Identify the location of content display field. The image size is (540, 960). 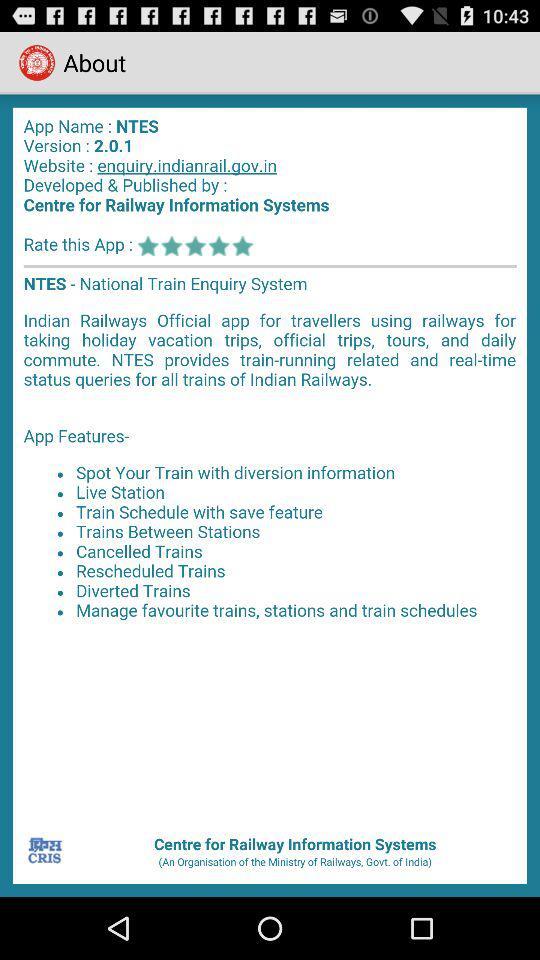
(270, 462).